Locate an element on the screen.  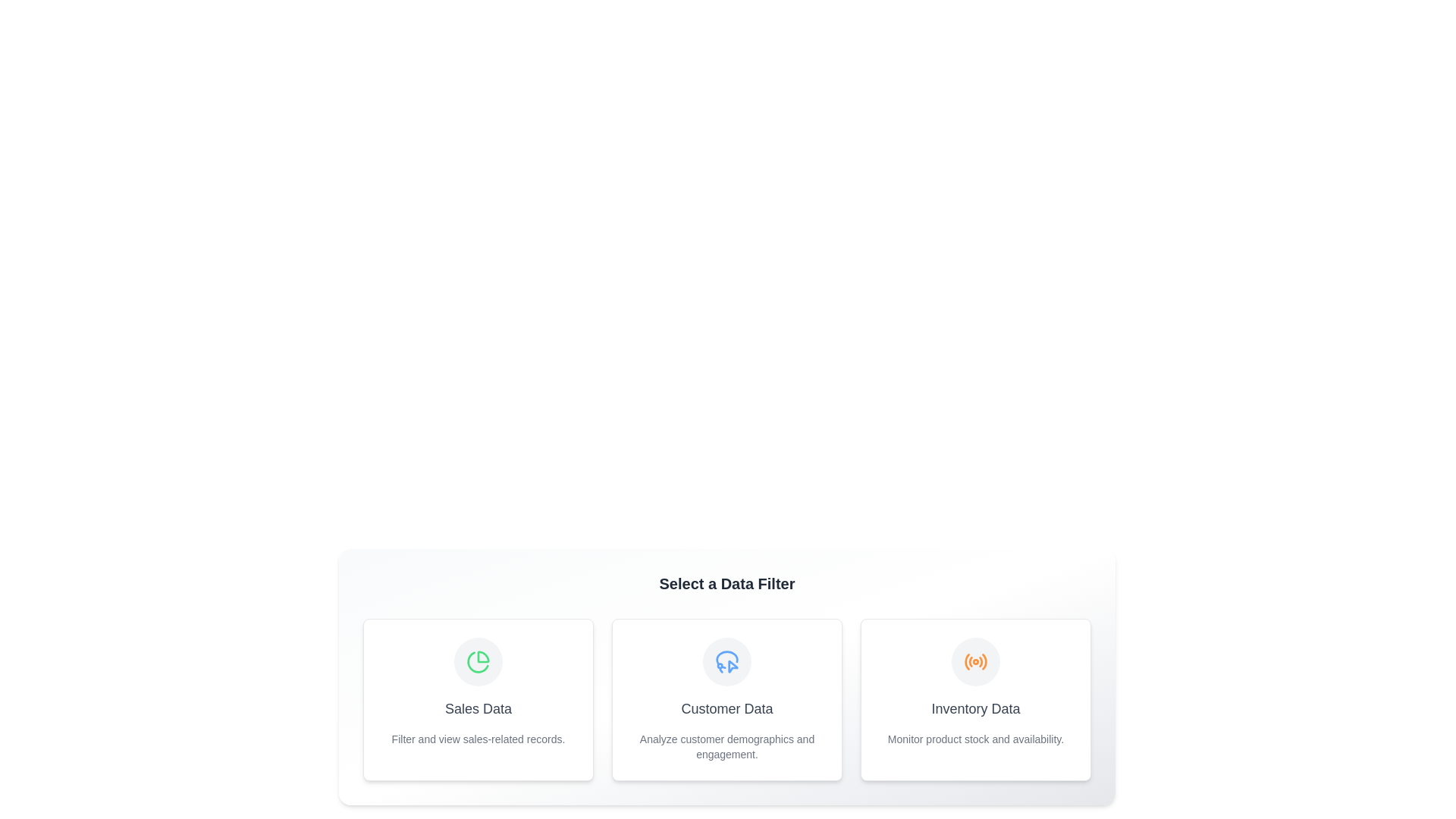
the inventory data indicator icon located at the top-center of the 'Inventory Data' card is located at coordinates (975, 661).